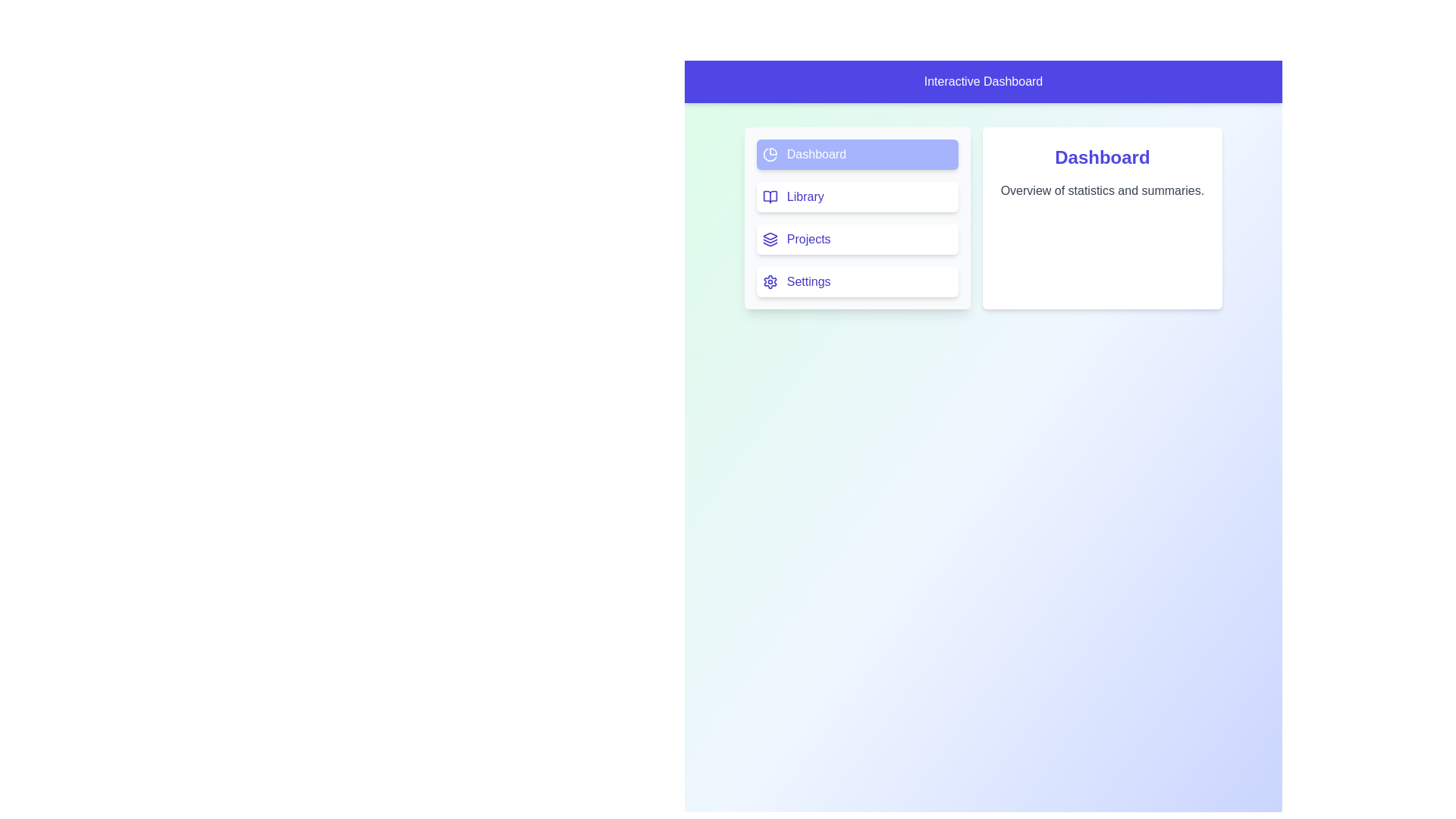 The width and height of the screenshot is (1456, 819). I want to click on the tab Dashboard from the navigation menu, so click(857, 155).